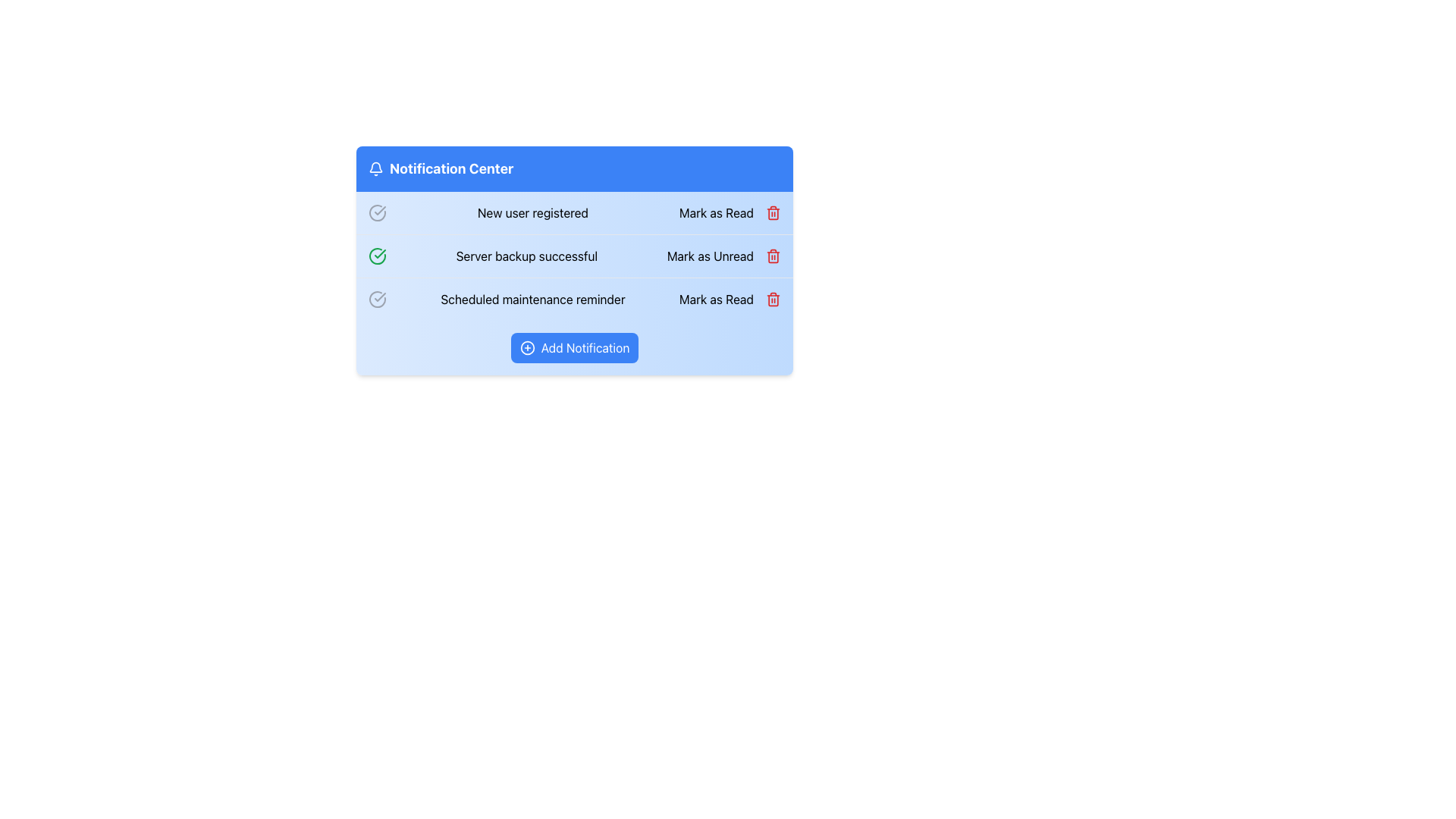  Describe the element at coordinates (378, 256) in the screenshot. I see `the leftmost icon in the second row of the Notification Center, which indicates a successful or completed status` at that location.